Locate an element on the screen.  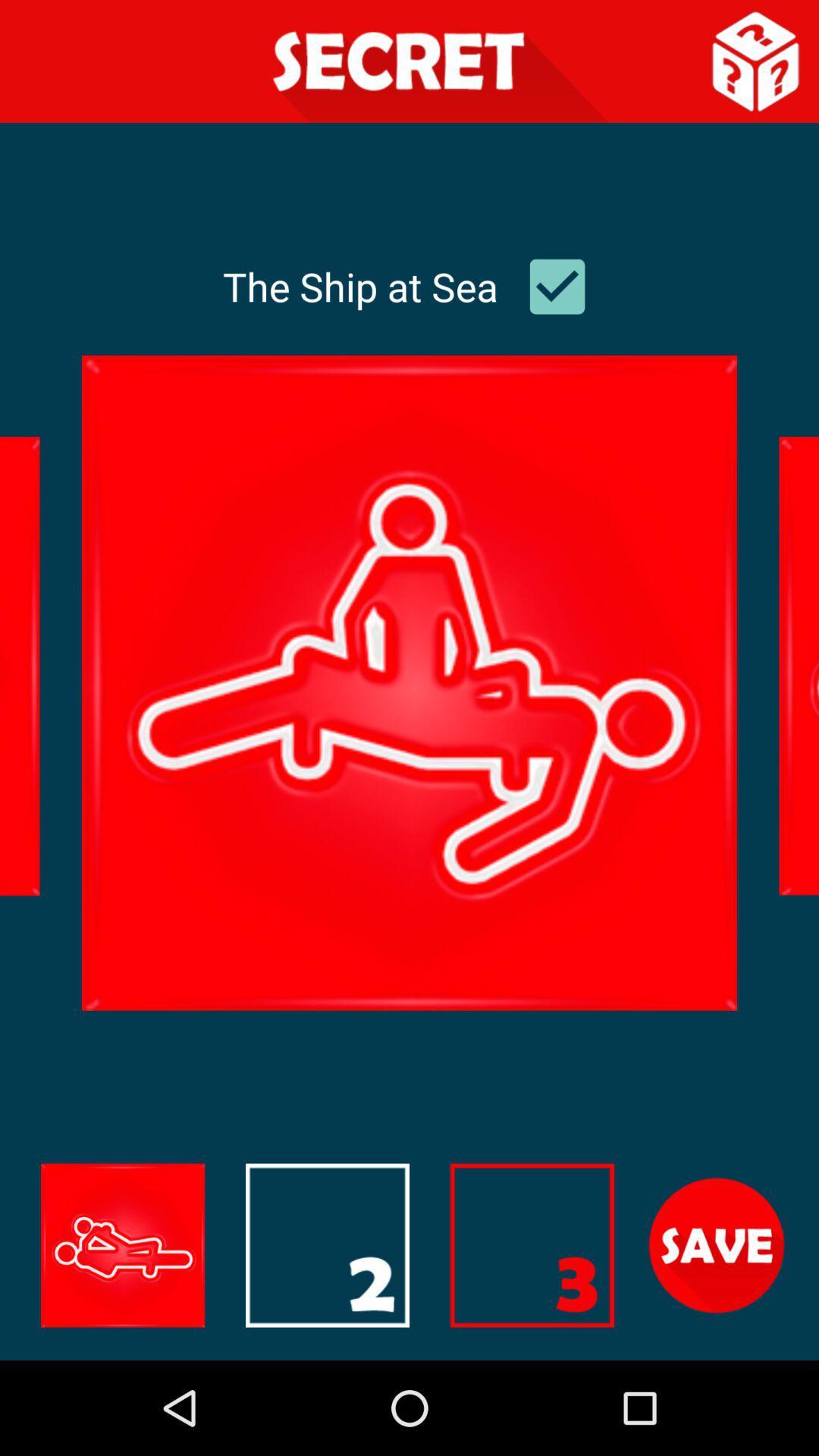
check the item is located at coordinates (557, 287).